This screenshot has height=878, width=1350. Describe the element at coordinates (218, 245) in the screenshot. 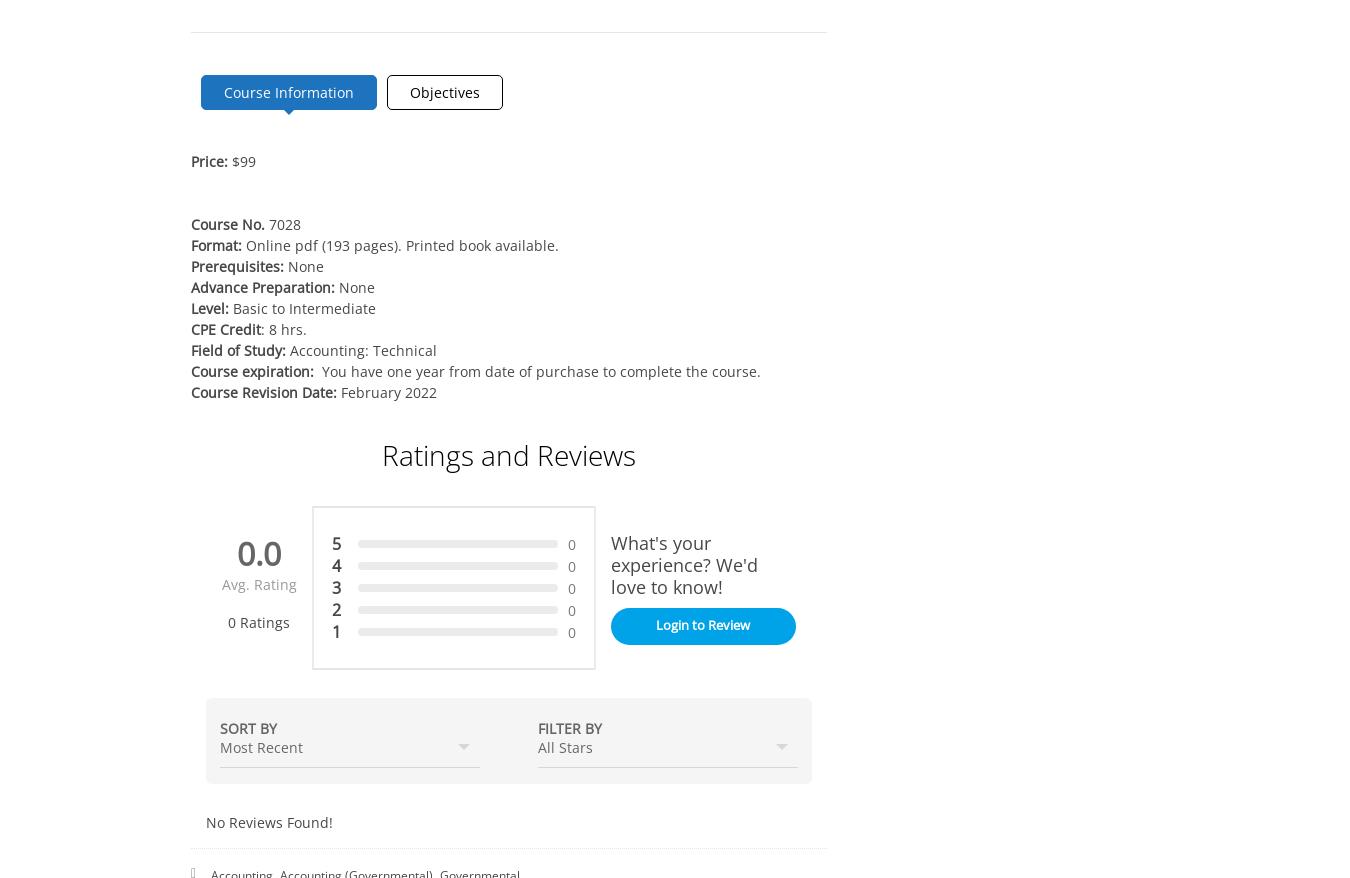

I see `'Format:'` at that location.